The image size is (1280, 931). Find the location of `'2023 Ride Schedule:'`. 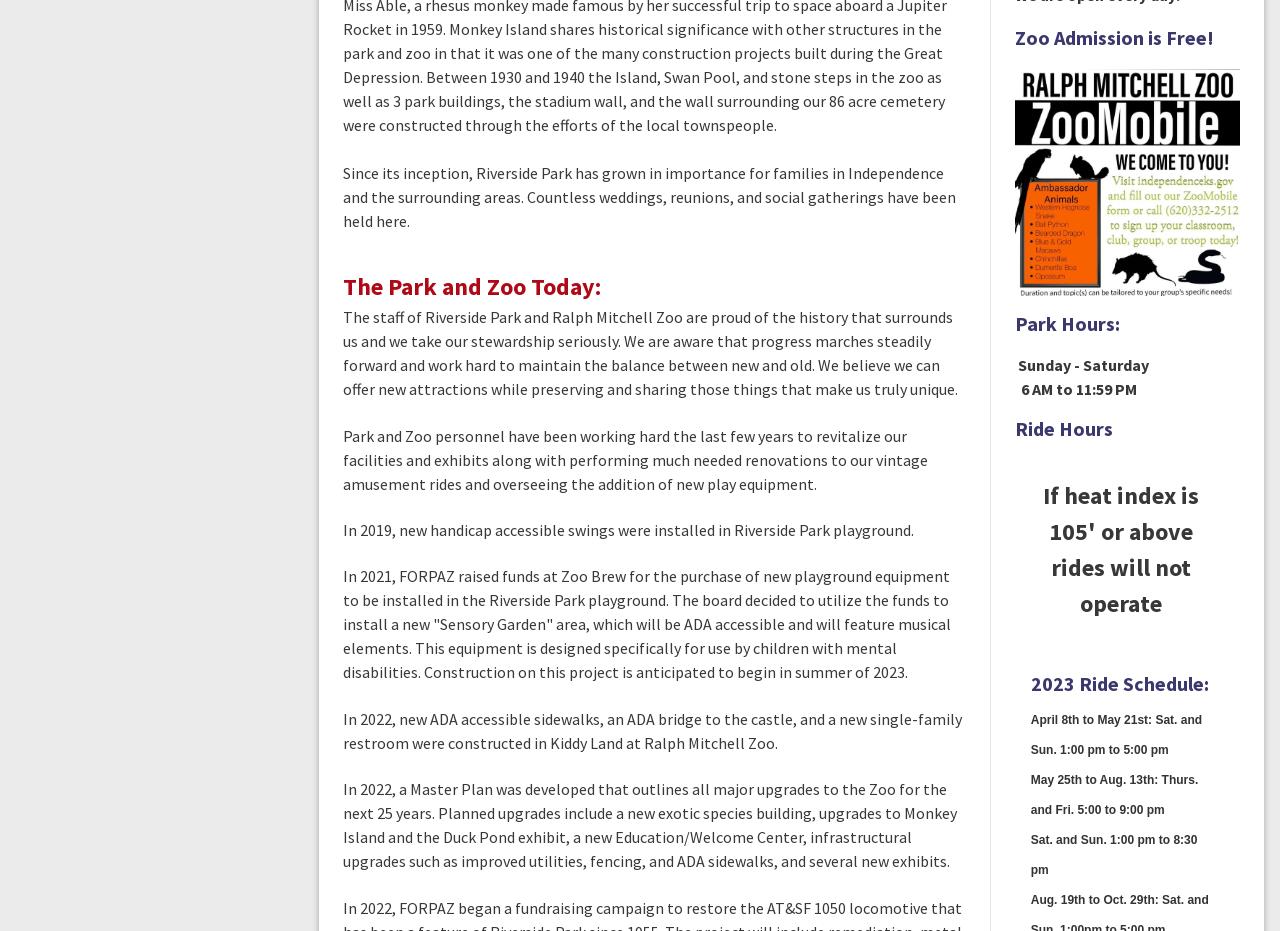

'2023 Ride Schedule:' is located at coordinates (1117, 682).